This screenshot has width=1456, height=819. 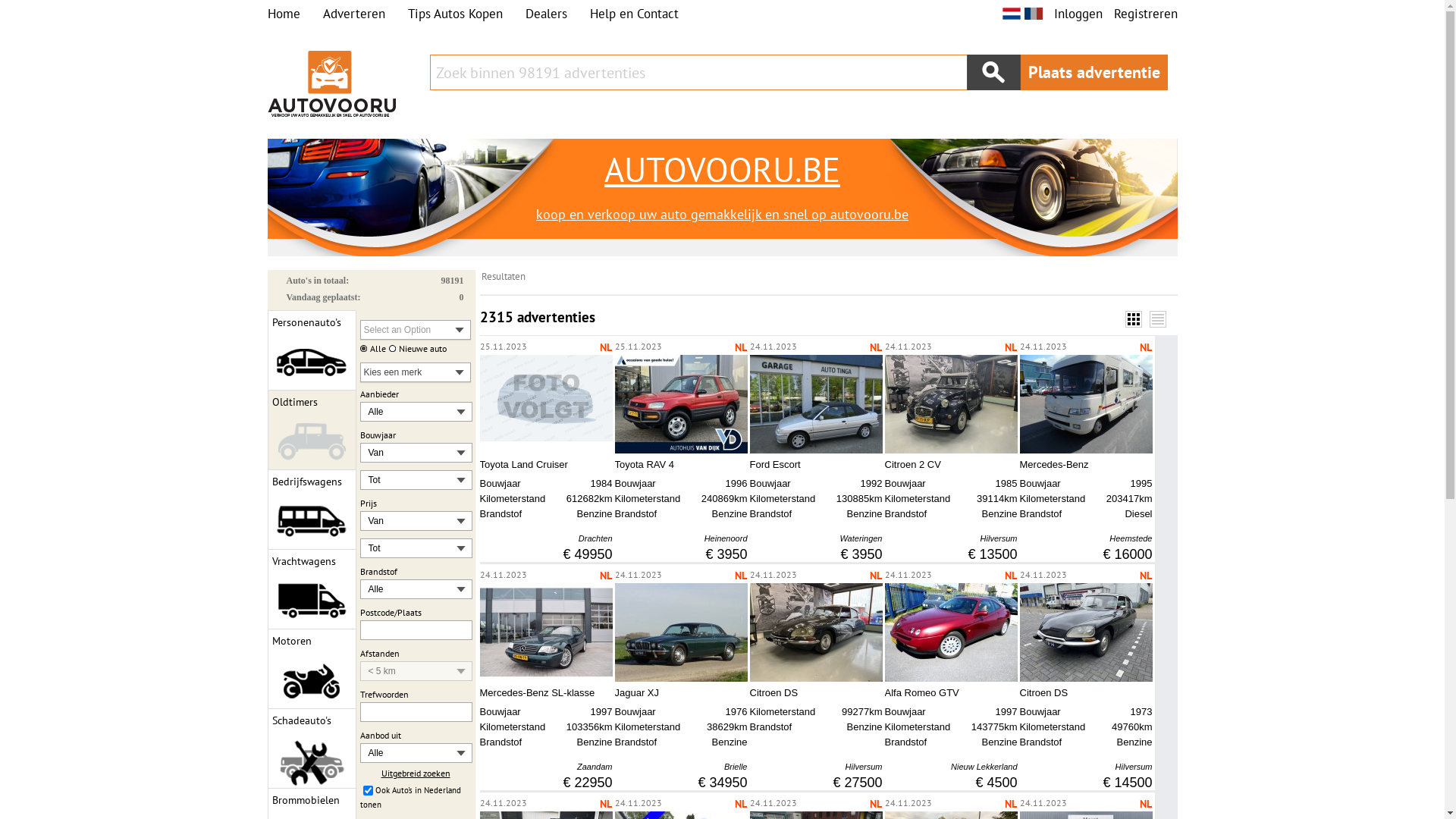 What do you see at coordinates (1145, 14) in the screenshot?
I see `'Registreren'` at bounding box center [1145, 14].